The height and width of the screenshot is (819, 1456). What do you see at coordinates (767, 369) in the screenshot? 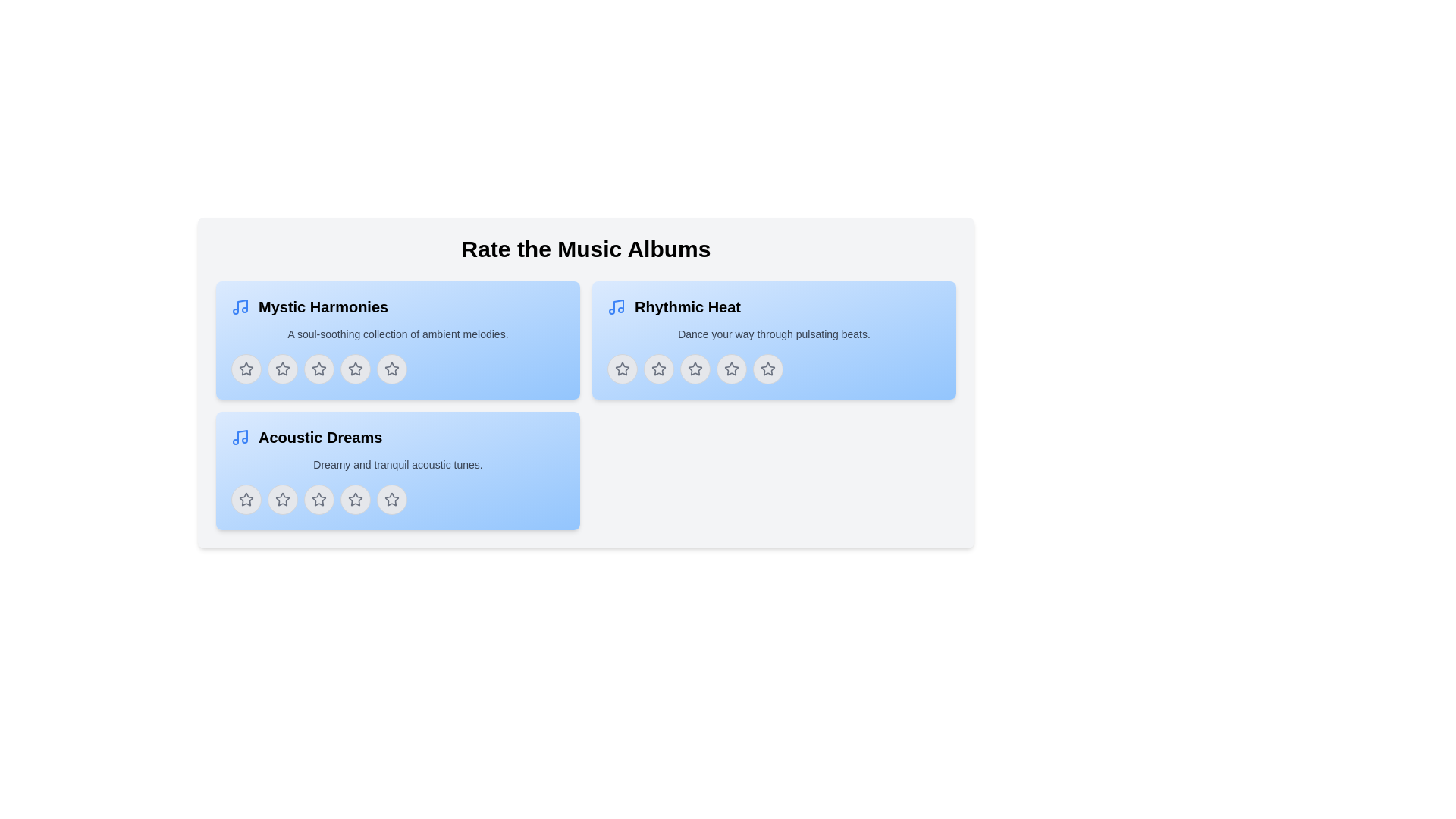
I see `the fourth star icon in the rating section of the 'Rhythmic Heat' card to rate this level` at bounding box center [767, 369].